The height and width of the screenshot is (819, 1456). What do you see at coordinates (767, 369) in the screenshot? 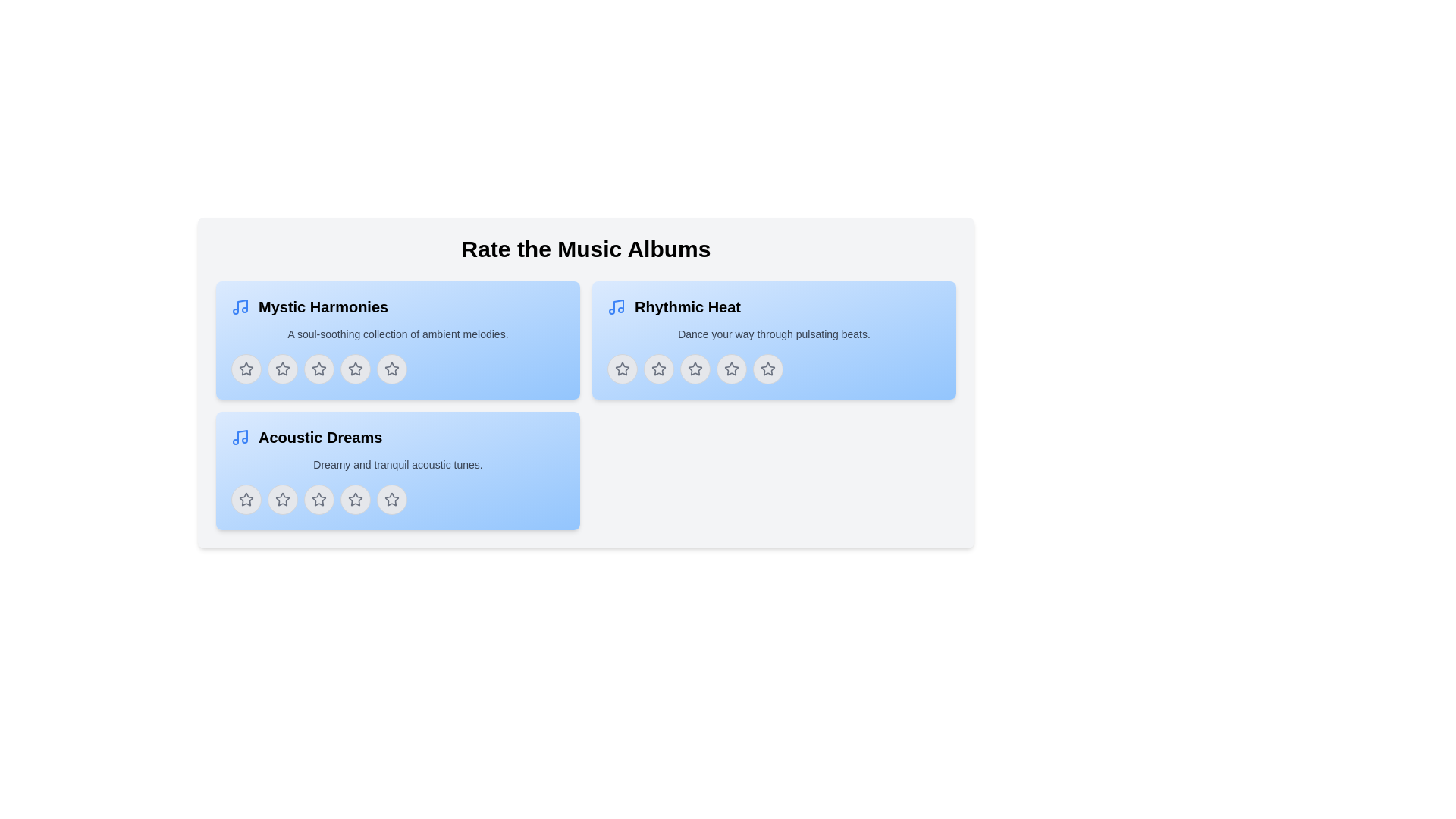
I see `the fourth star icon in the rating section of the 'Rhythmic Heat' card to rate this level` at bounding box center [767, 369].